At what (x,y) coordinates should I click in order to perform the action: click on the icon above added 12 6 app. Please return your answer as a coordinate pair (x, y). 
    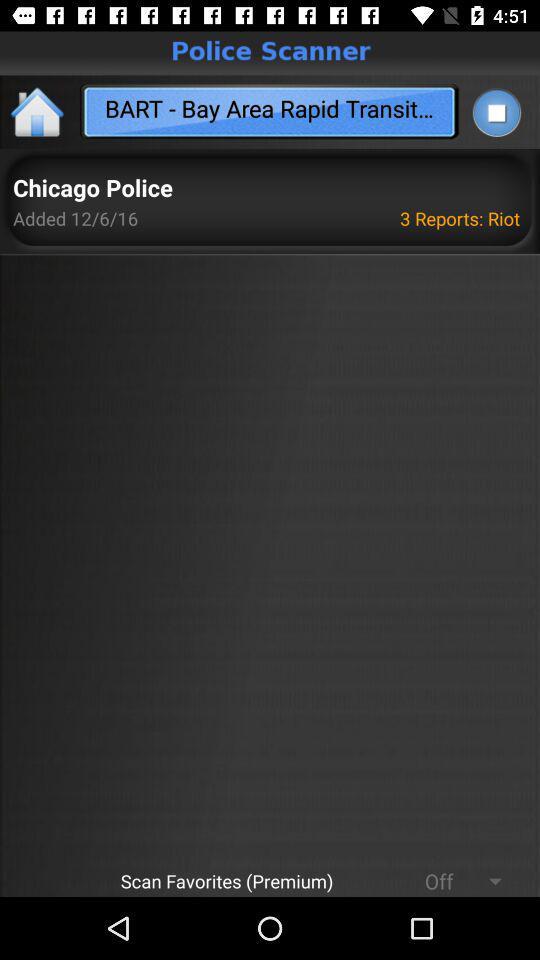
    Looking at the image, I should click on (91, 189).